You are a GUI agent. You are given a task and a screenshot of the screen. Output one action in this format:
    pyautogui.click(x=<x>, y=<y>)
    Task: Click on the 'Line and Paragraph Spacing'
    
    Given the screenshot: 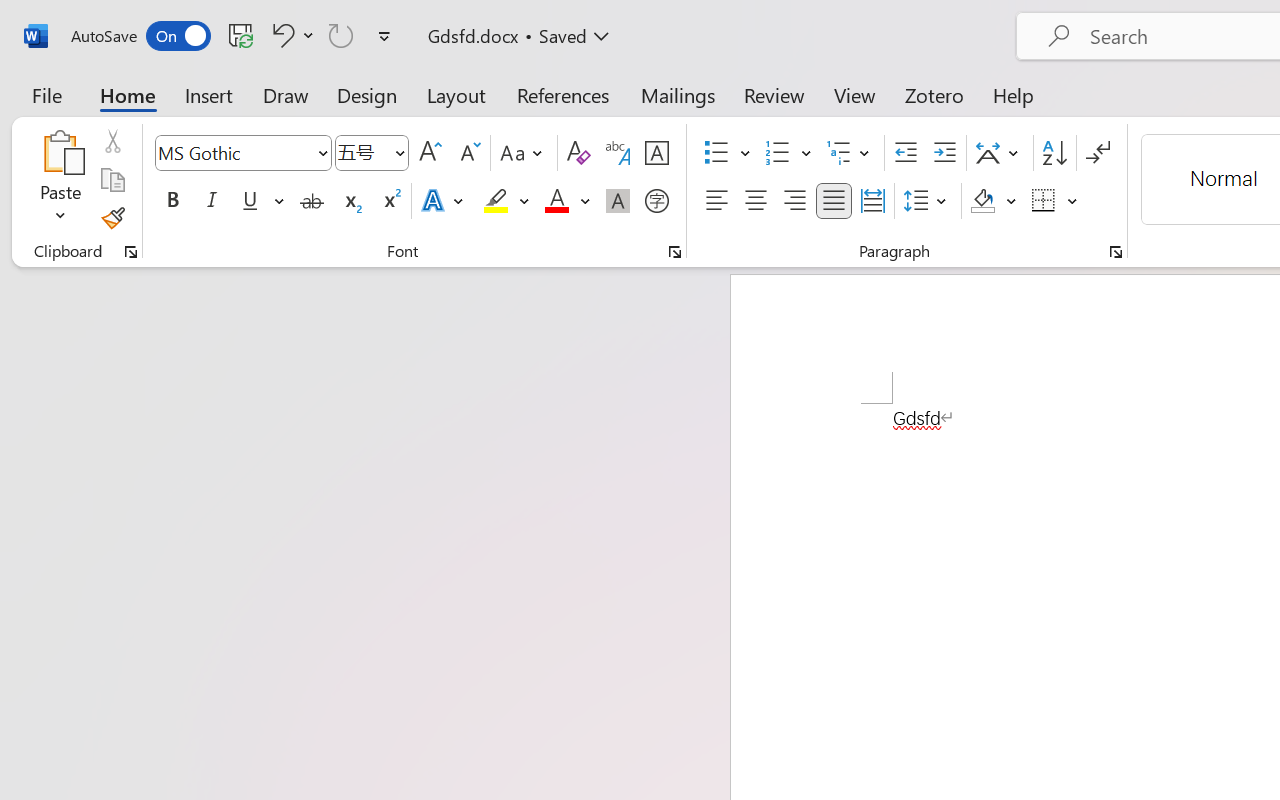 What is the action you would take?
    pyautogui.click(x=927, y=201)
    